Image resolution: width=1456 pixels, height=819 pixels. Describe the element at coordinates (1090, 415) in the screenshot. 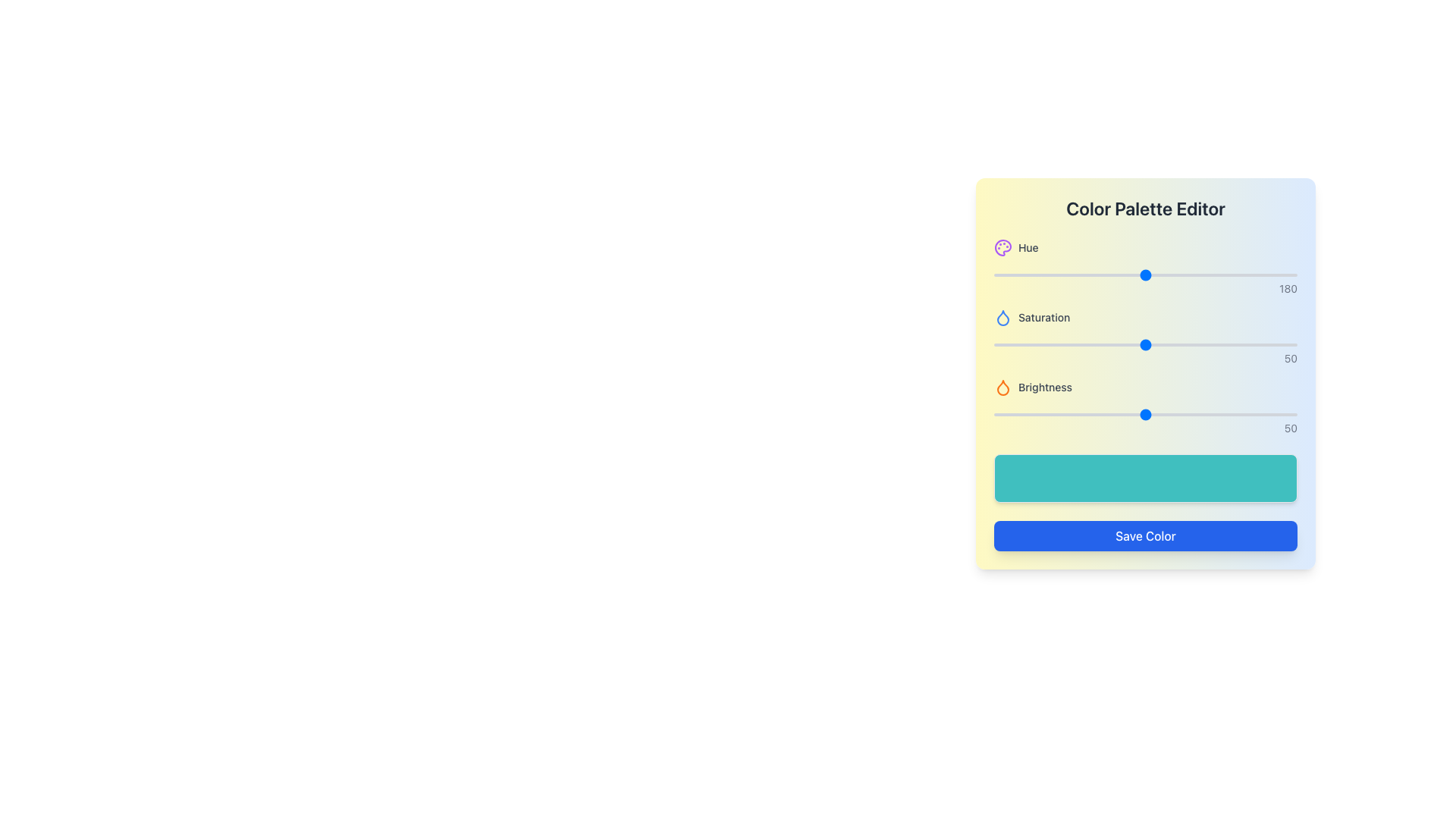

I see `brightness` at that location.